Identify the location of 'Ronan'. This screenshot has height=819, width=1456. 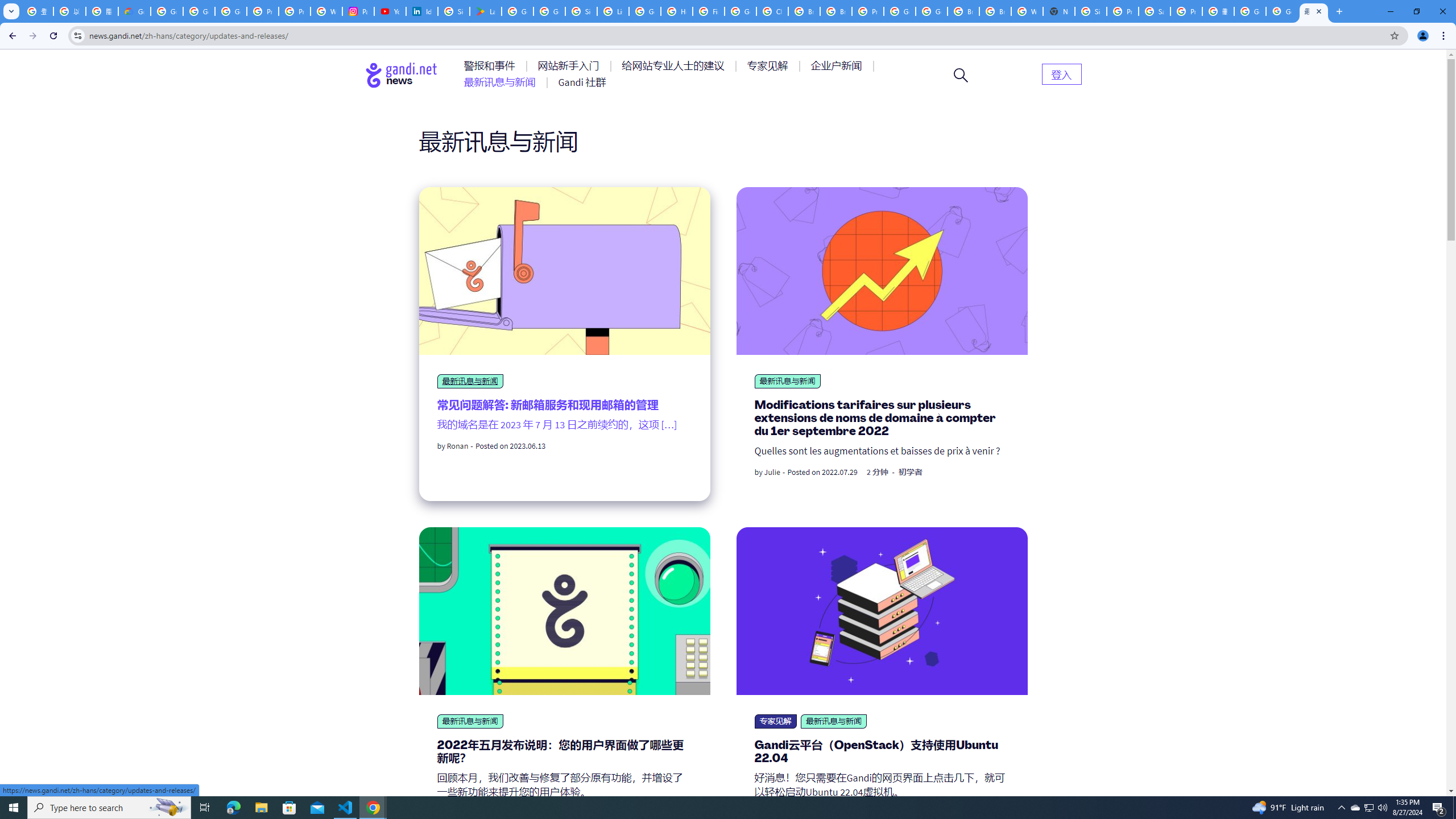
(457, 446).